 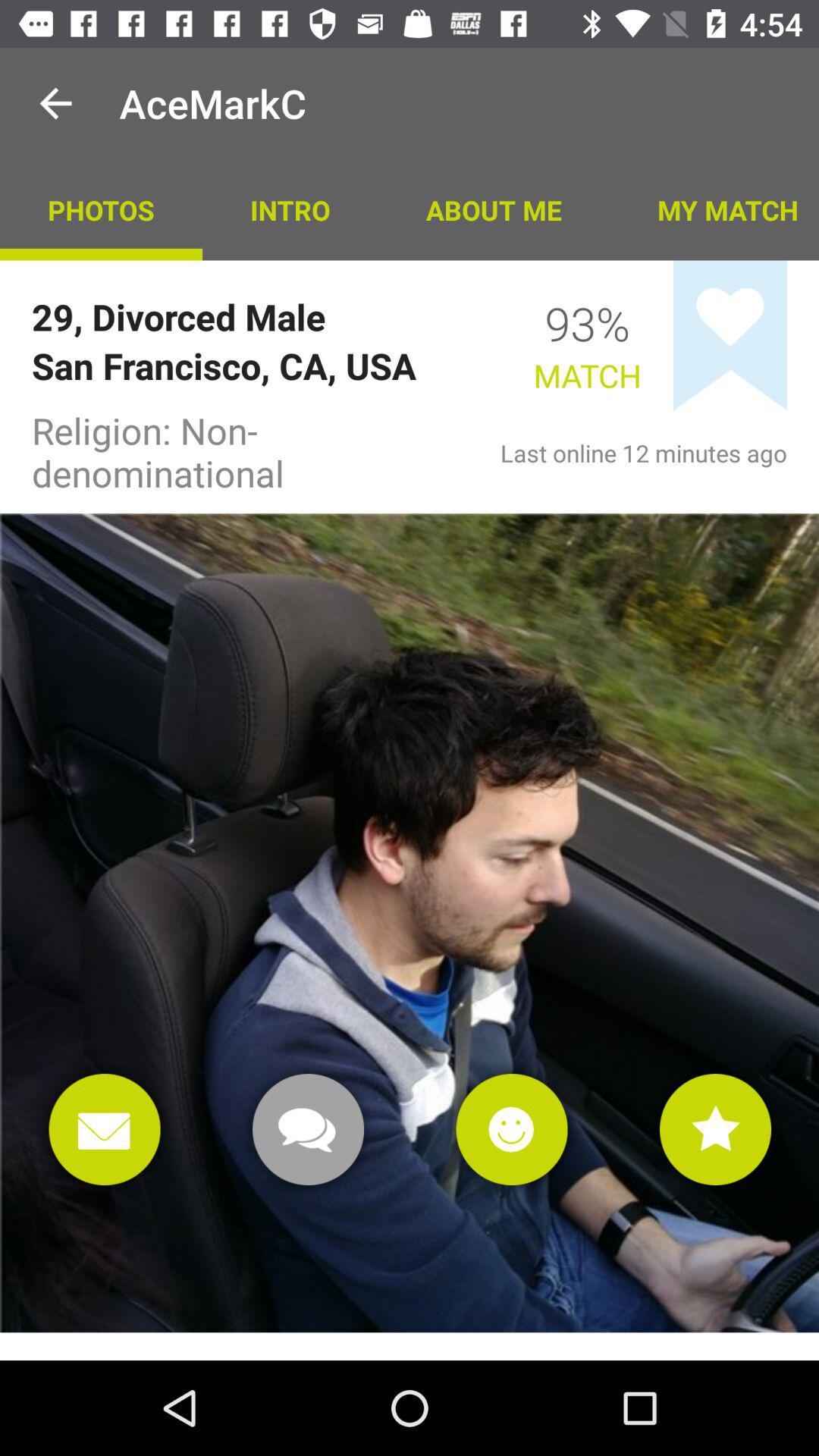 I want to click on bookmark, so click(x=730, y=334).